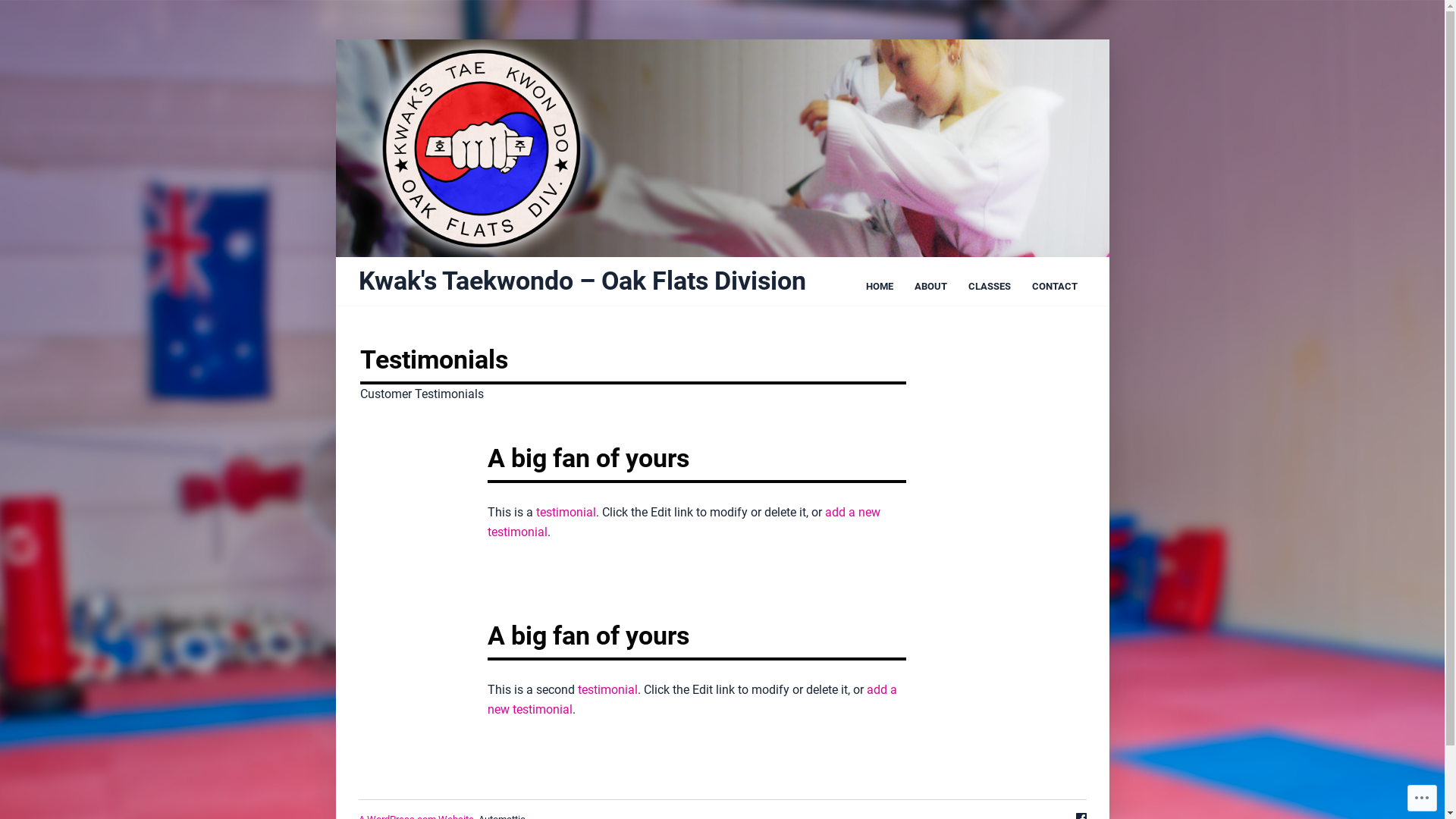  What do you see at coordinates (488, 457) in the screenshot?
I see `'A big fan of yours'` at bounding box center [488, 457].